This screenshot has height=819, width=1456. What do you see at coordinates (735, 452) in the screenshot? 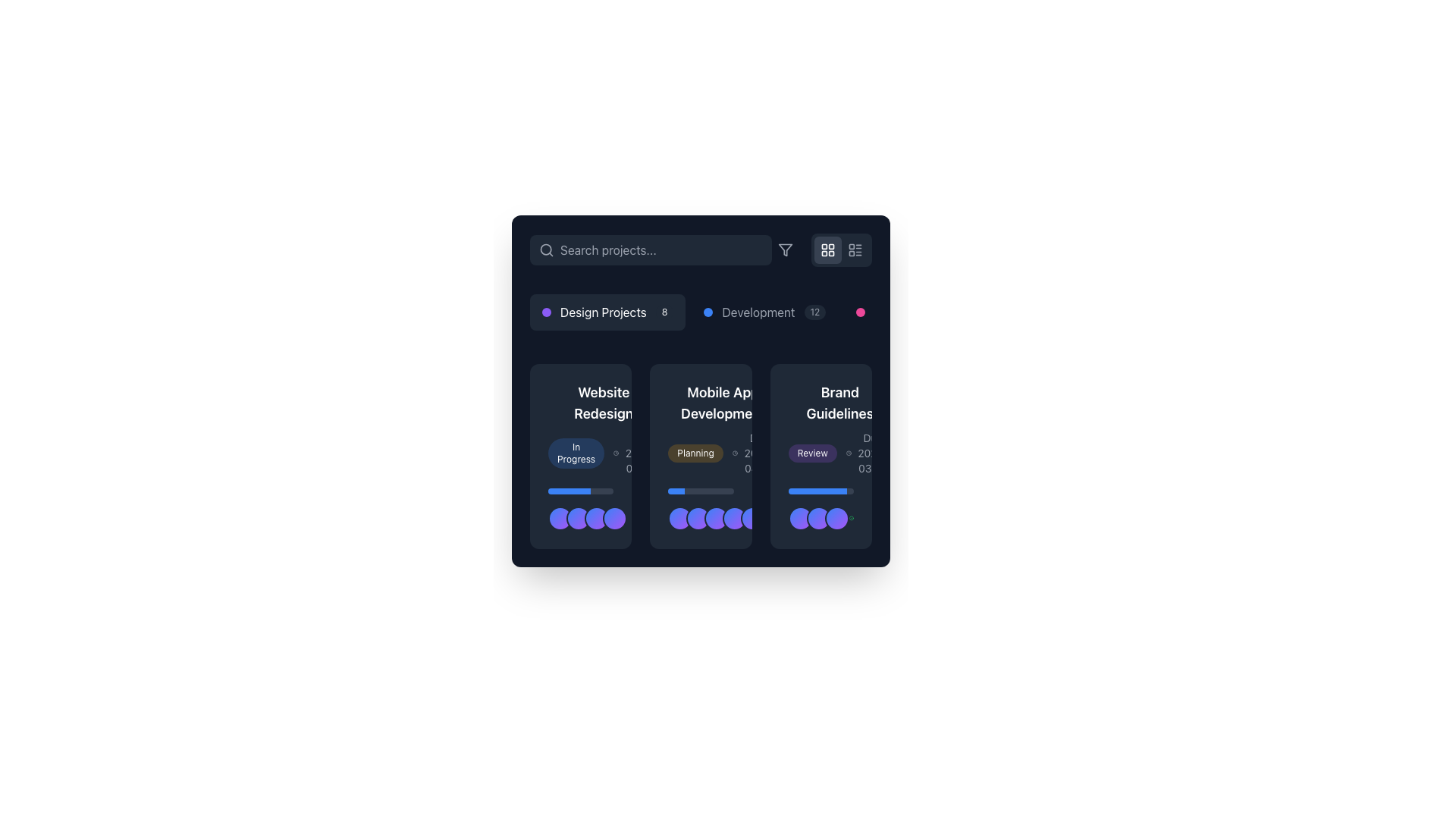
I see `the clock icon located immediately to the left of the text 'Due 2024-04-01'` at bounding box center [735, 452].